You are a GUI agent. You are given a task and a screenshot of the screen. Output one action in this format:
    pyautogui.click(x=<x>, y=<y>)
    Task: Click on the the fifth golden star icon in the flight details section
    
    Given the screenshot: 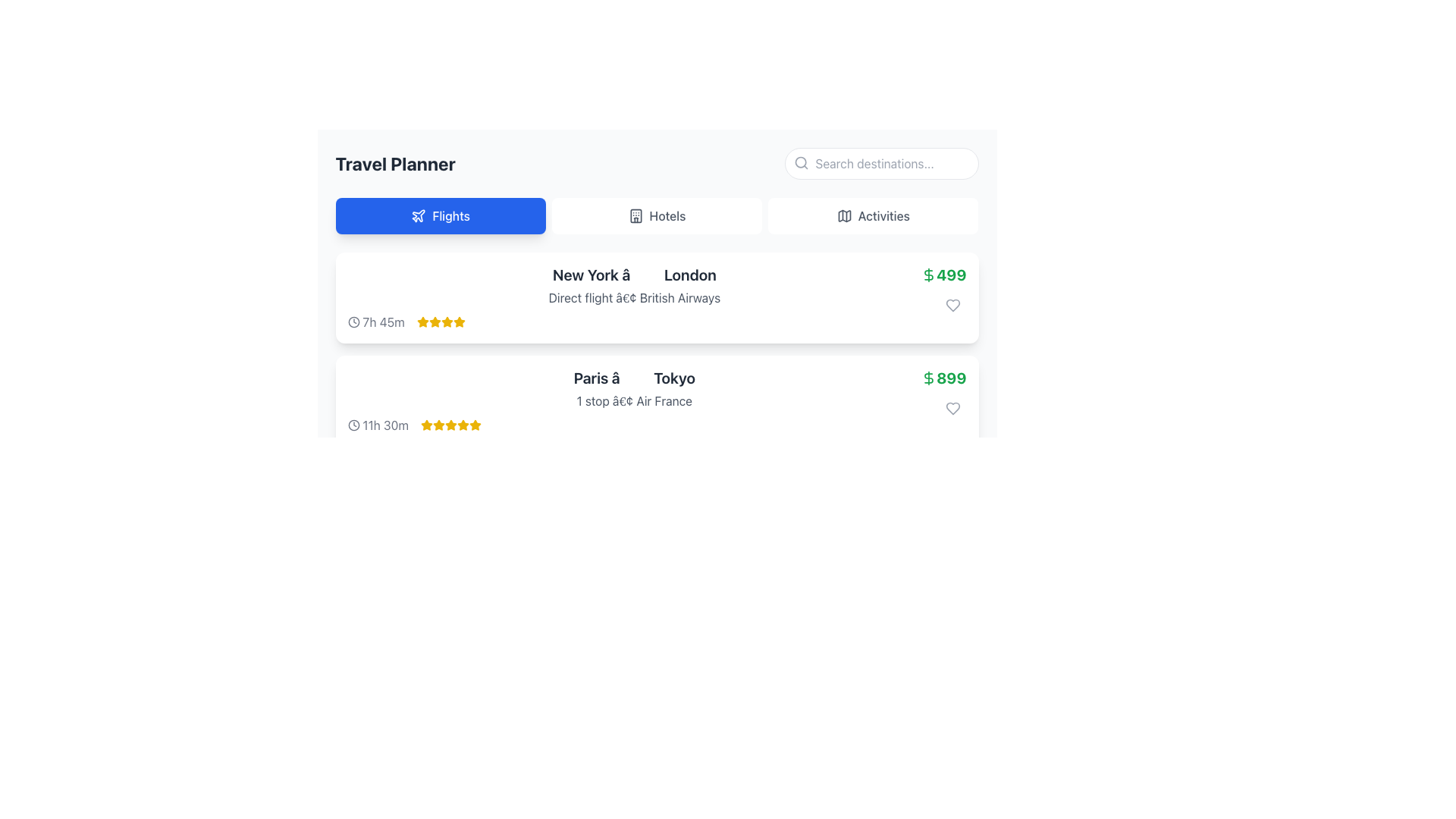 What is the action you would take?
    pyautogui.click(x=458, y=321)
    